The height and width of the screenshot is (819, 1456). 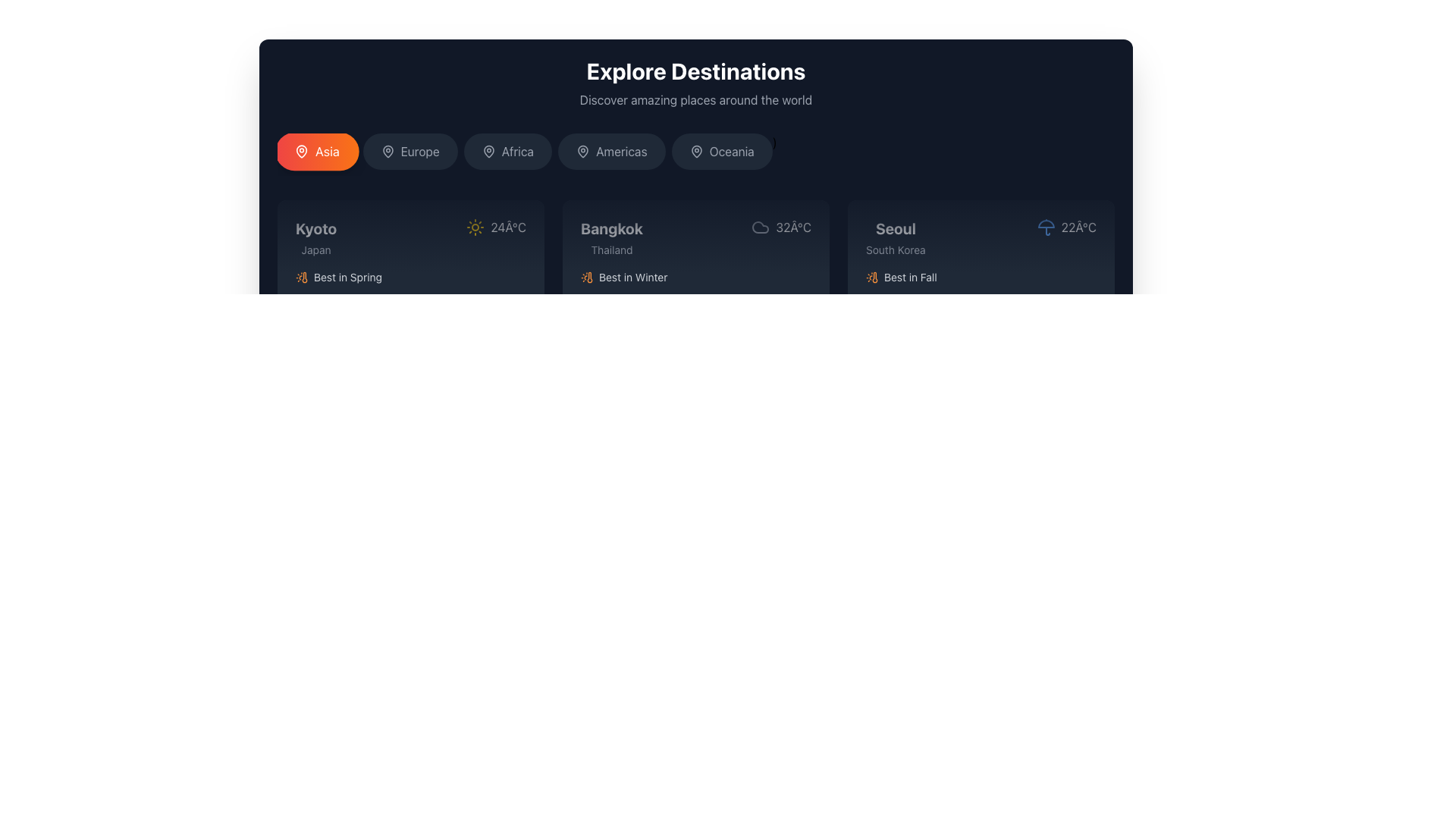 I want to click on the text label 'Europe' within the button, so click(x=419, y=152).